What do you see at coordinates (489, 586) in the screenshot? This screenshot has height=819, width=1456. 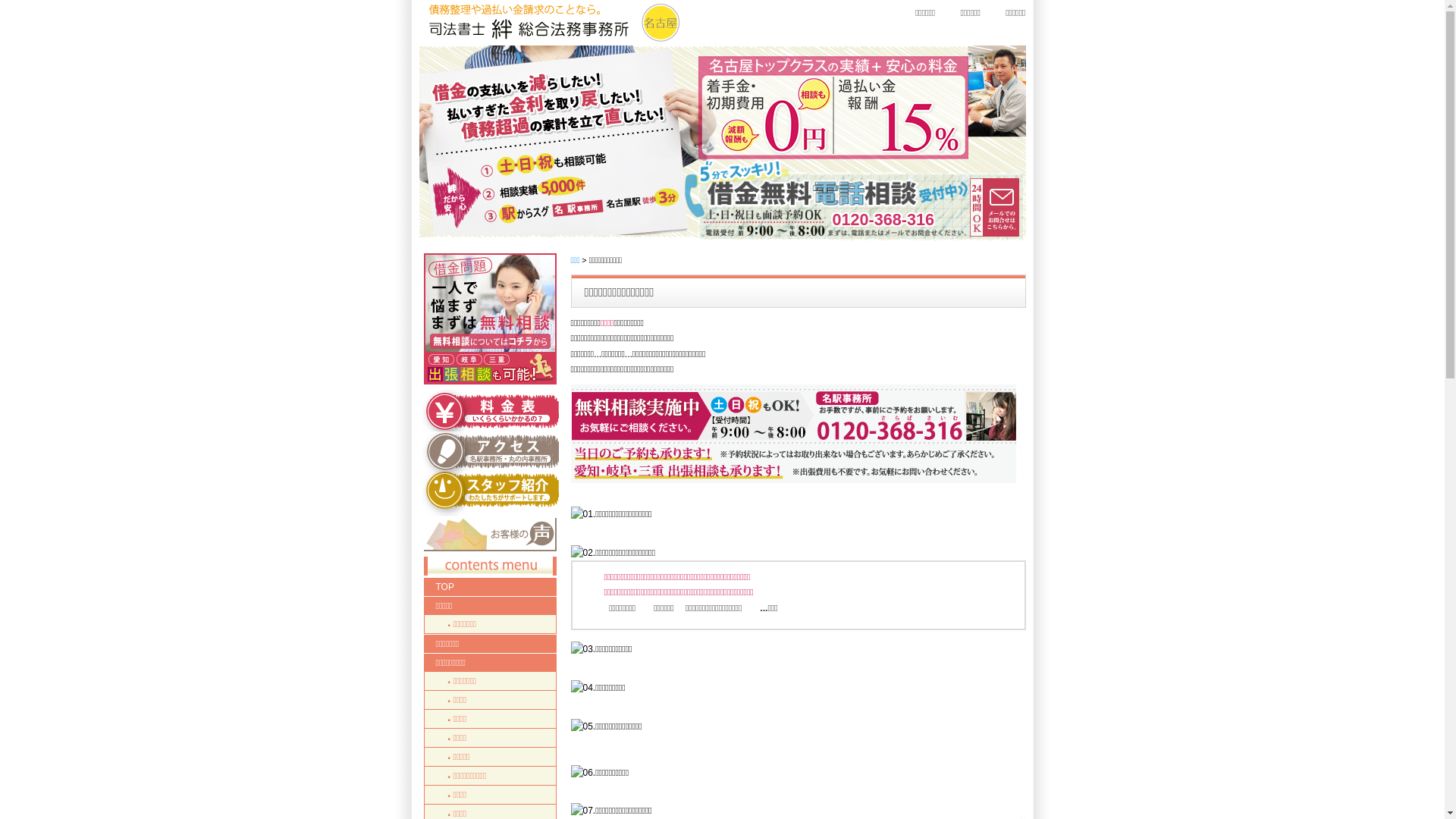 I see `'TOP'` at bounding box center [489, 586].